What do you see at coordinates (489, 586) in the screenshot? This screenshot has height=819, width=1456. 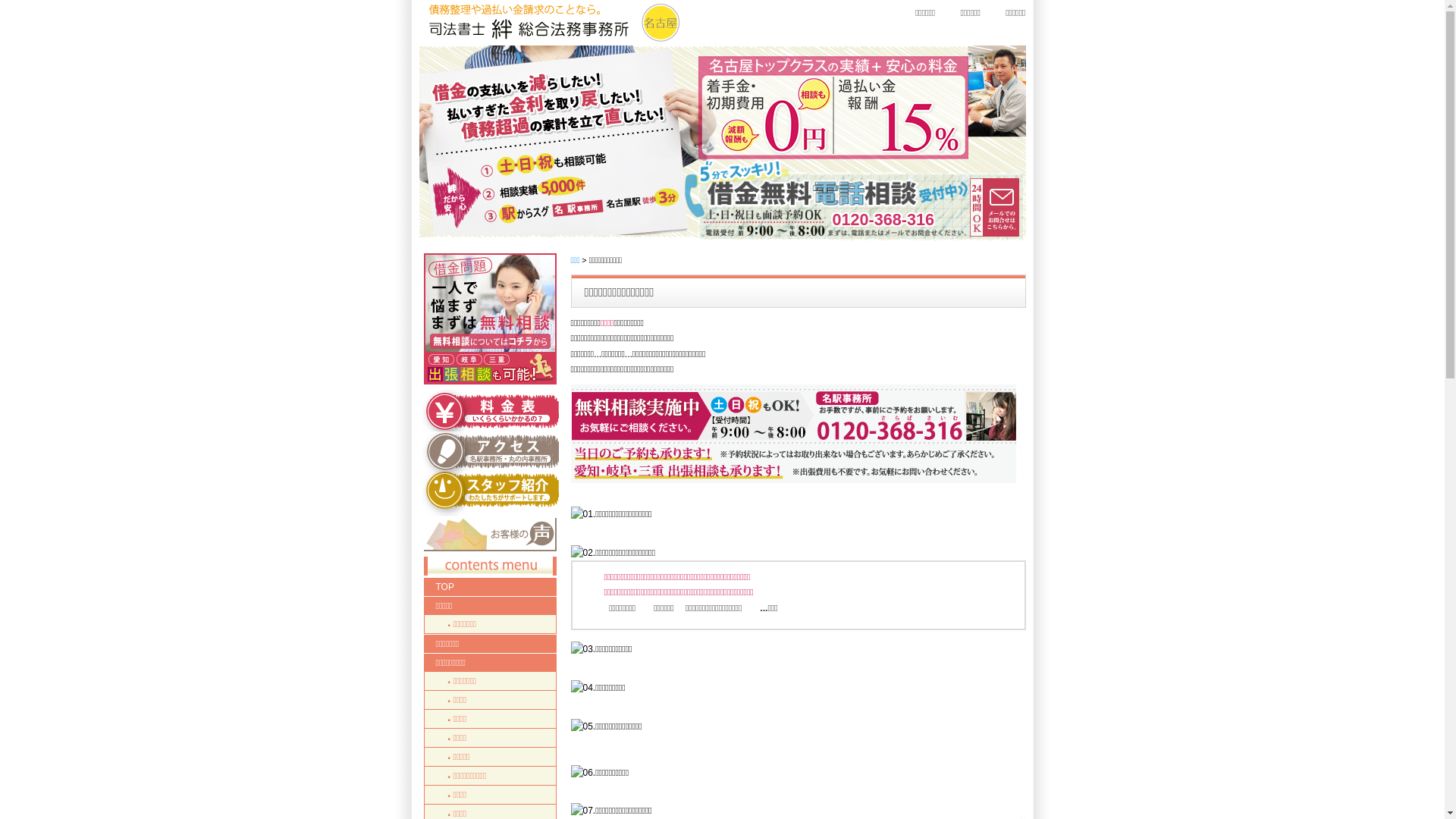 I see `'TOP'` at bounding box center [489, 586].